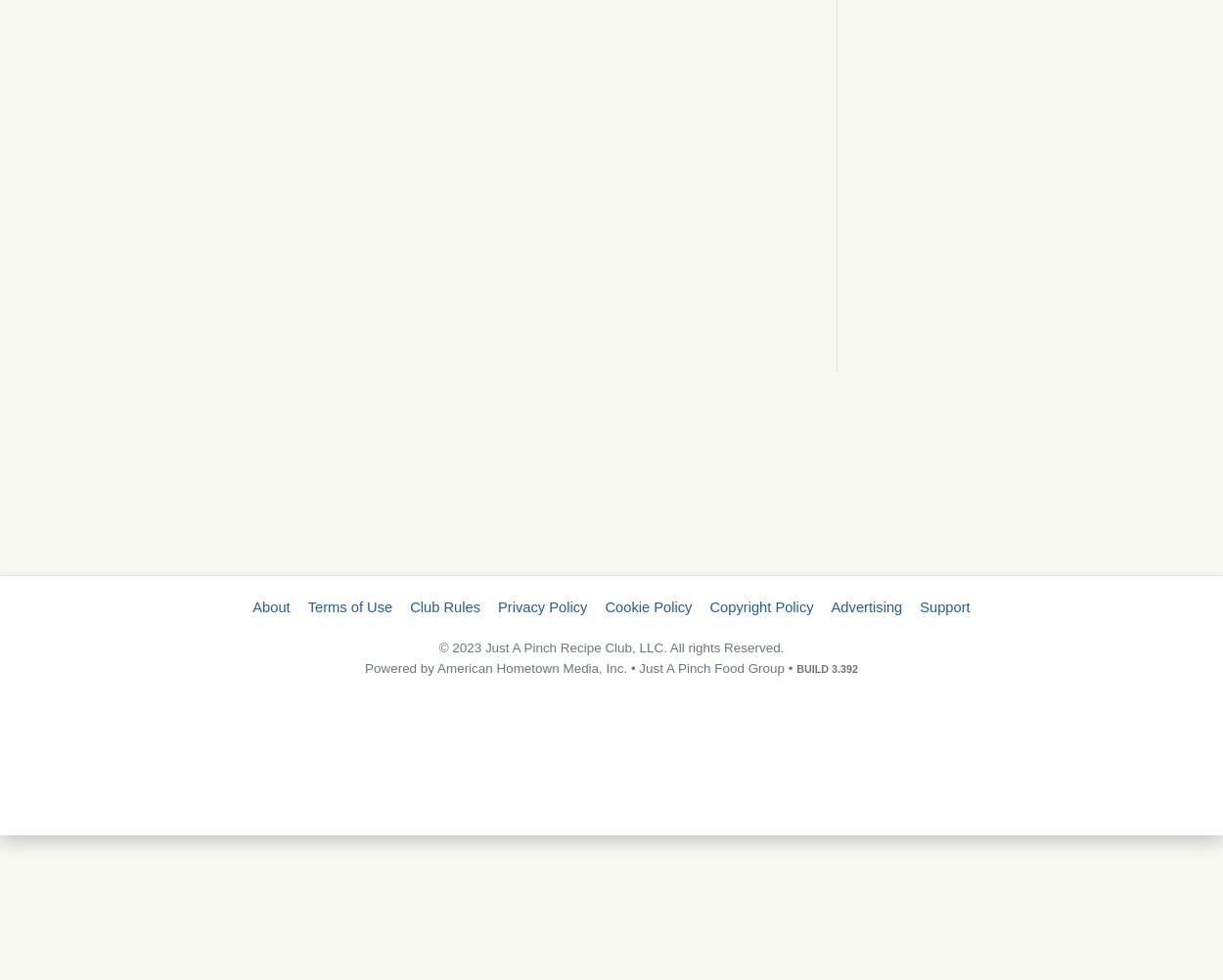  I want to click on 'Advertising', so click(866, 606).